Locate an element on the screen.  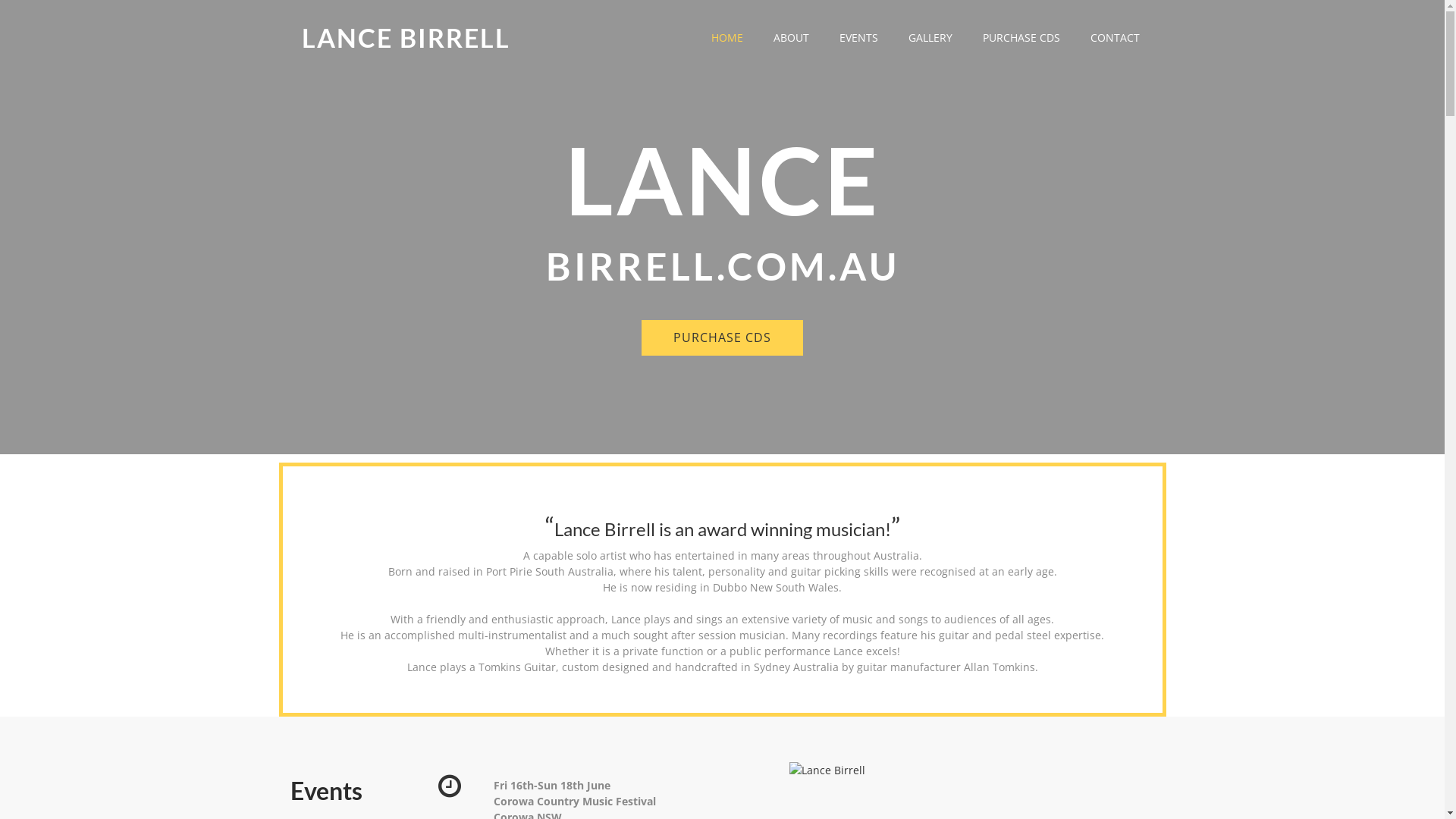
'PURCHASE CDS' is located at coordinates (721, 337).